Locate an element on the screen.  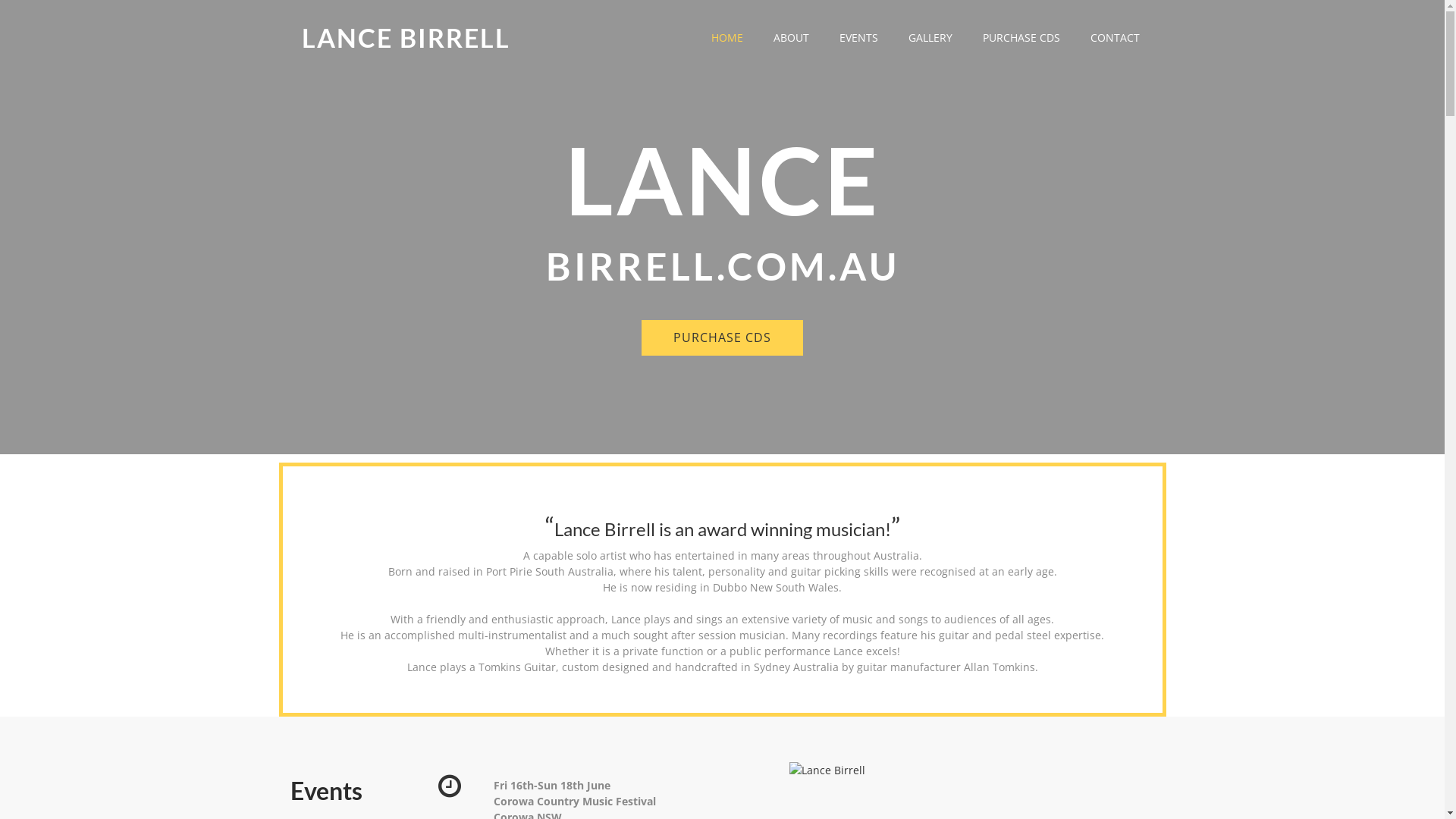
'PURCHASE CDS' is located at coordinates (721, 337).